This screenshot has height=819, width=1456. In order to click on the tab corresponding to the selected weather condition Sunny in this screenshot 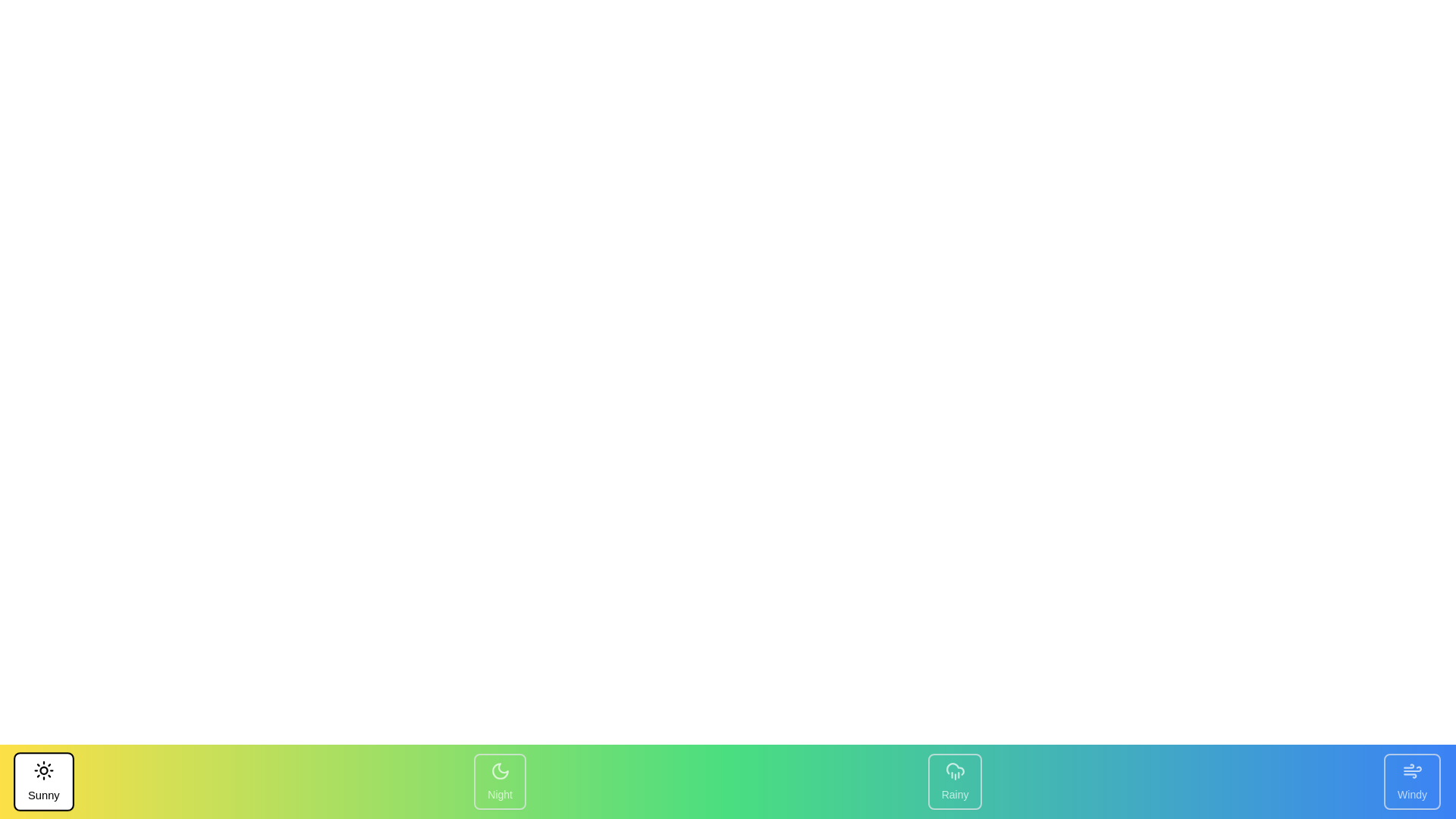, I will do `click(43, 781)`.